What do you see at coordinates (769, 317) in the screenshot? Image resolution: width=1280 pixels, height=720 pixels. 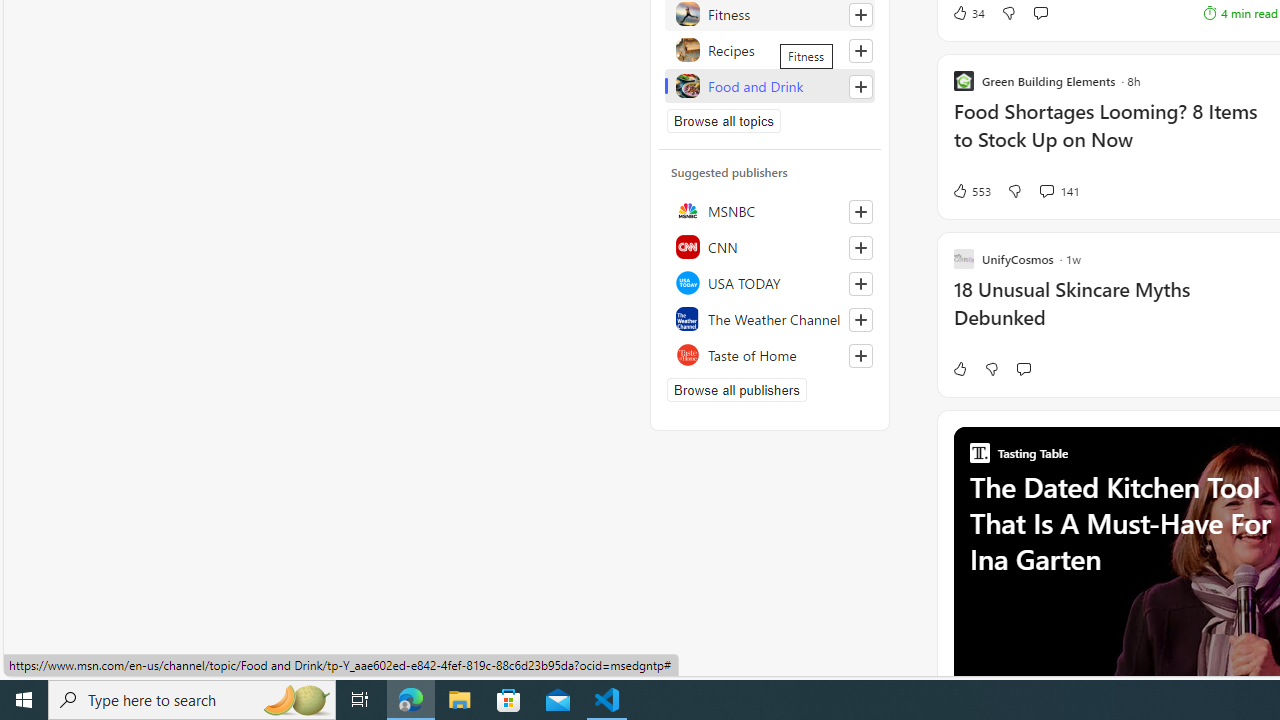 I see `'The Weather Channel'` at bounding box center [769, 317].